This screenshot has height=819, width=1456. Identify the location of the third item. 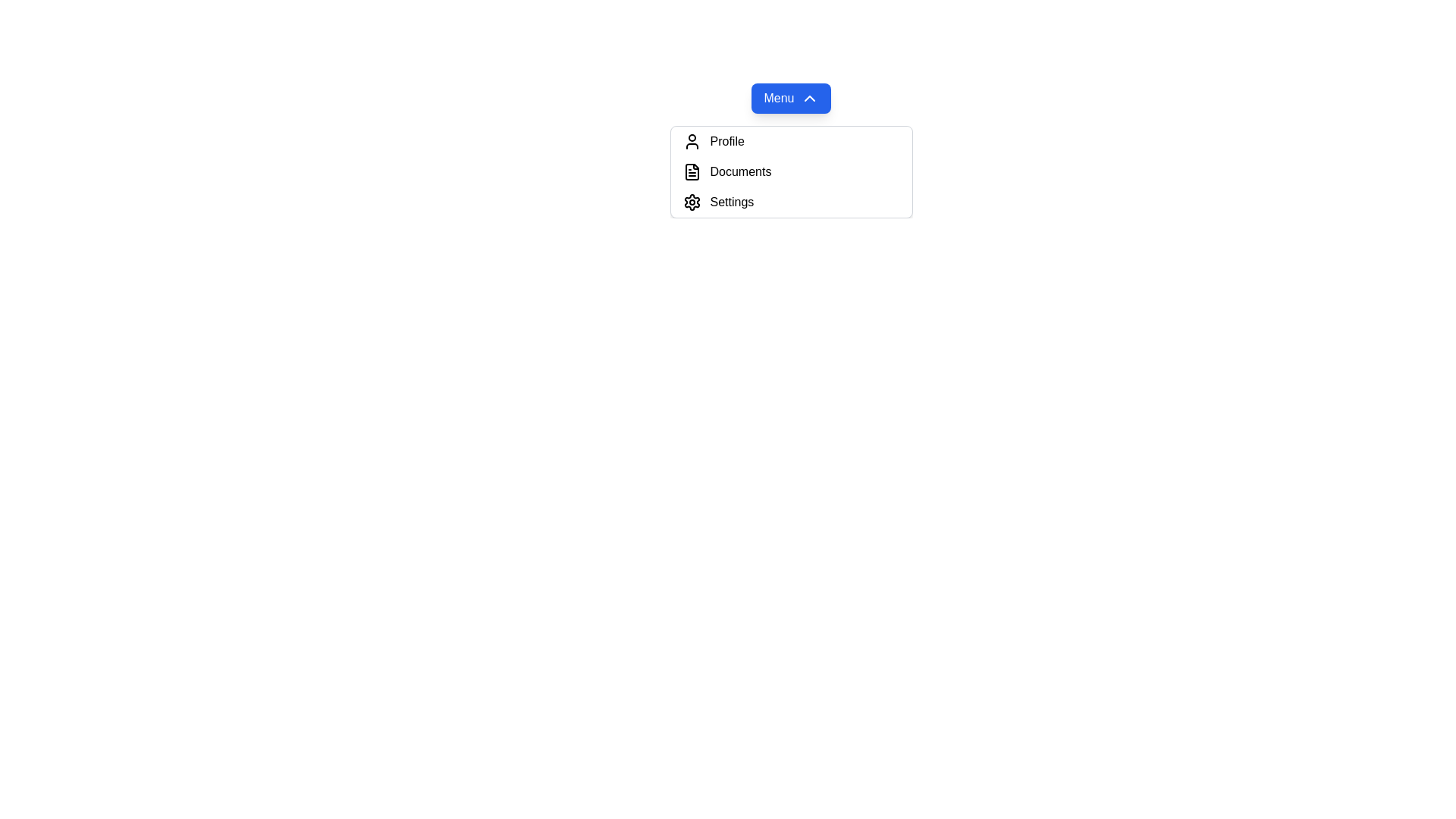
(790, 201).